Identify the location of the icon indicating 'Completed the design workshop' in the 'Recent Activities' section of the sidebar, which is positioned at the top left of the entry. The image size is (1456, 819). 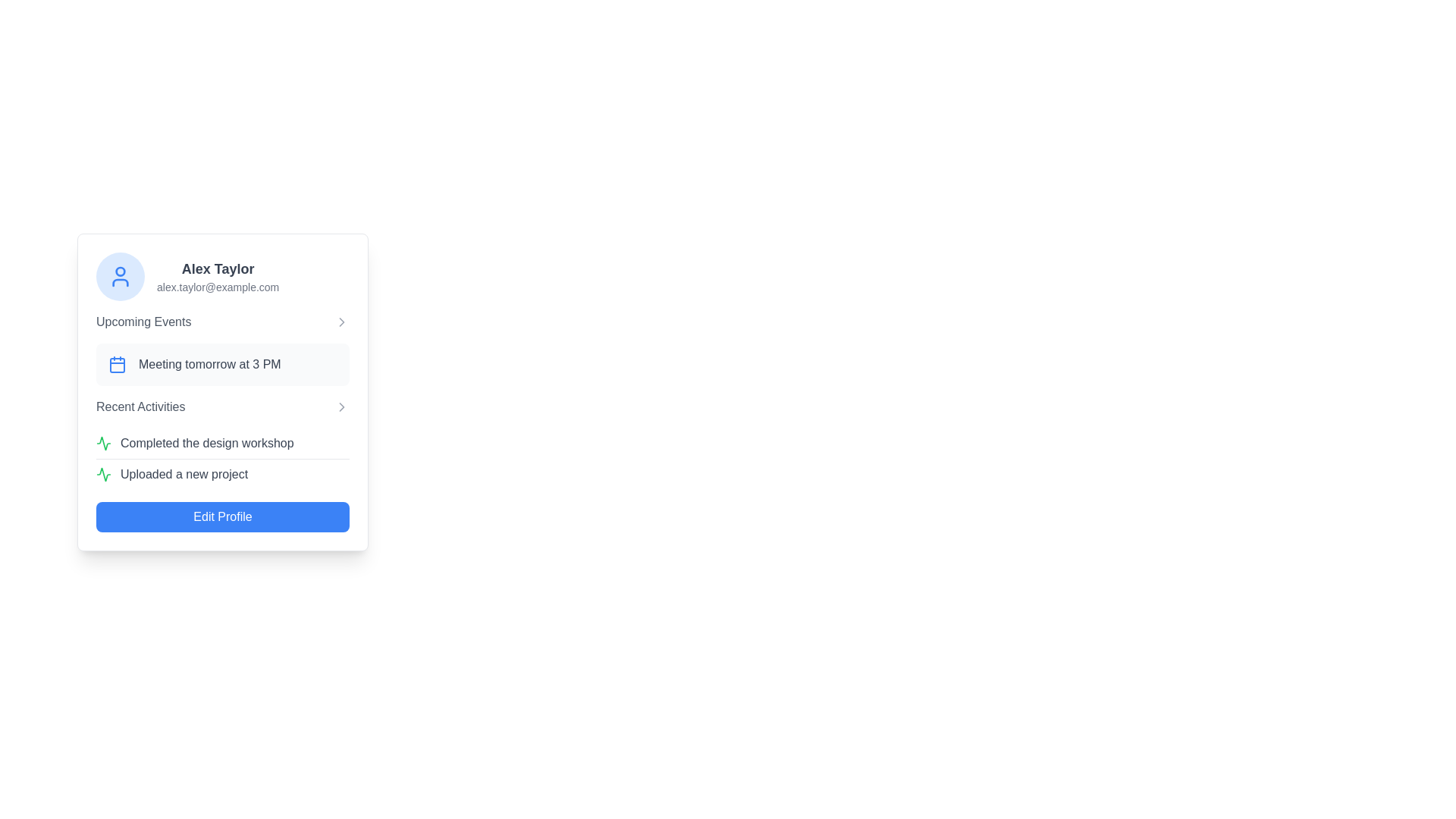
(103, 444).